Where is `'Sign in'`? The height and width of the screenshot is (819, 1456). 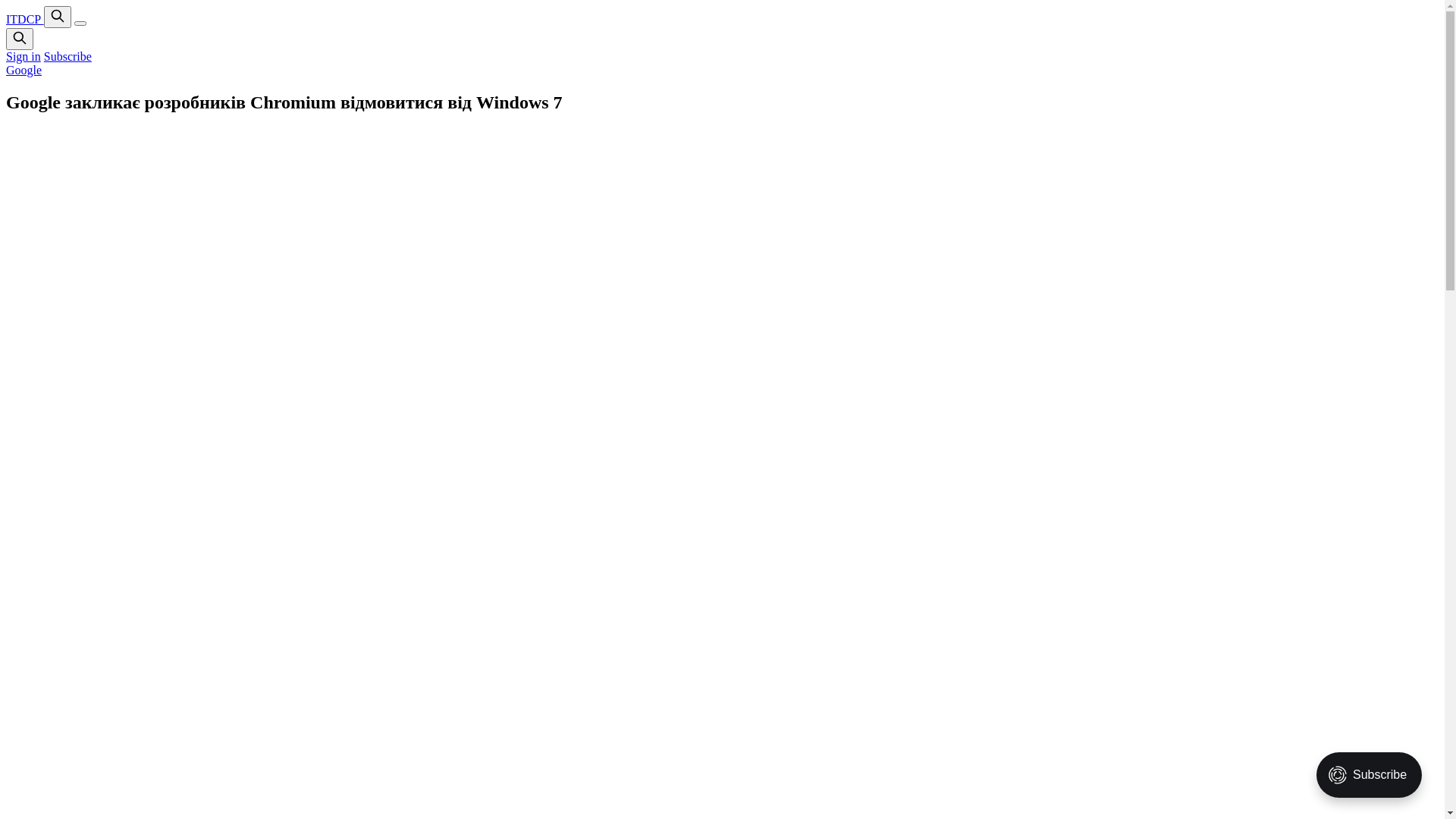 'Sign in' is located at coordinates (23, 55).